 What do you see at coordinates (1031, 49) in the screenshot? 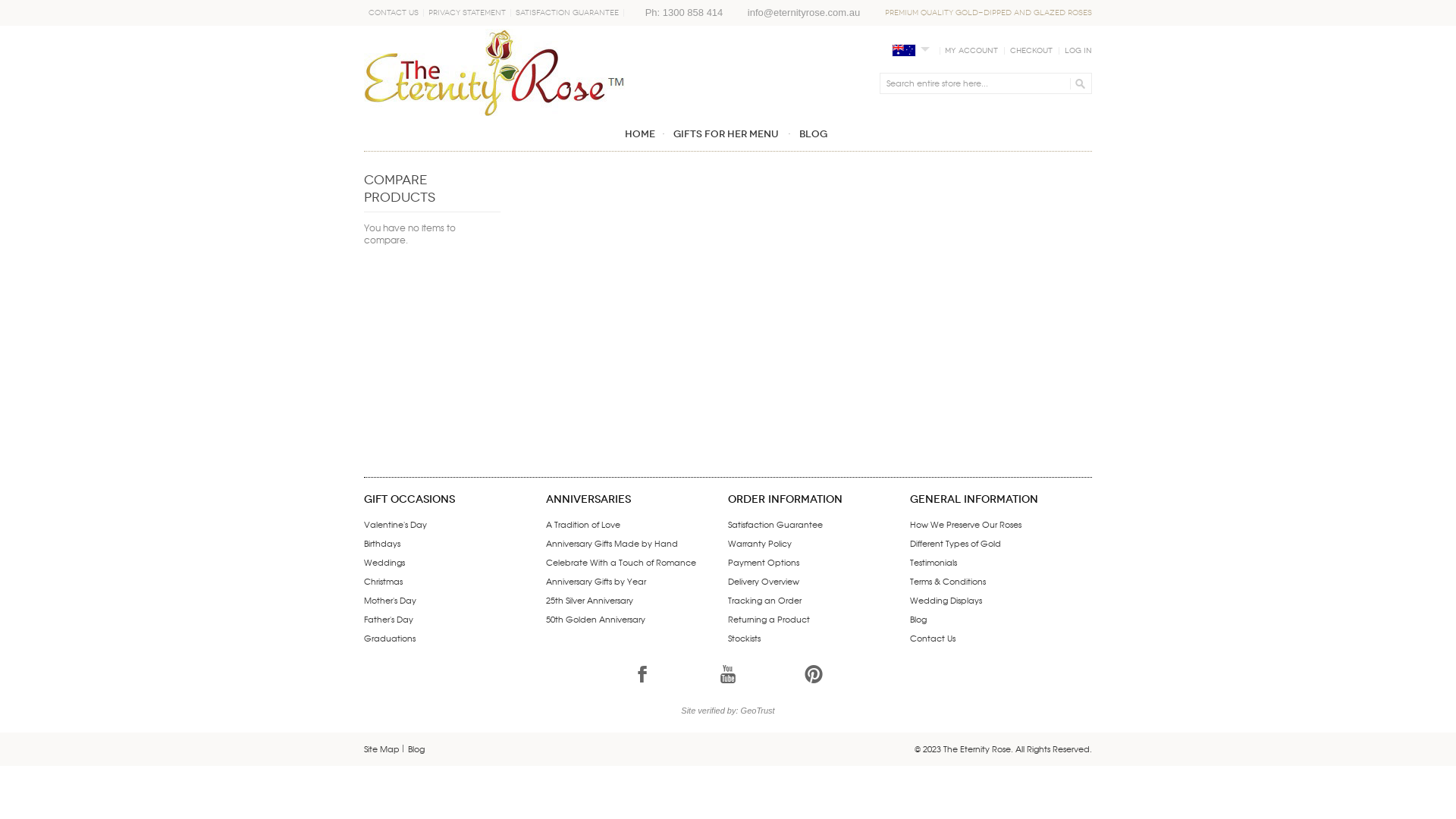
I see `'Checkout'` at bounding box center [1031, 49].